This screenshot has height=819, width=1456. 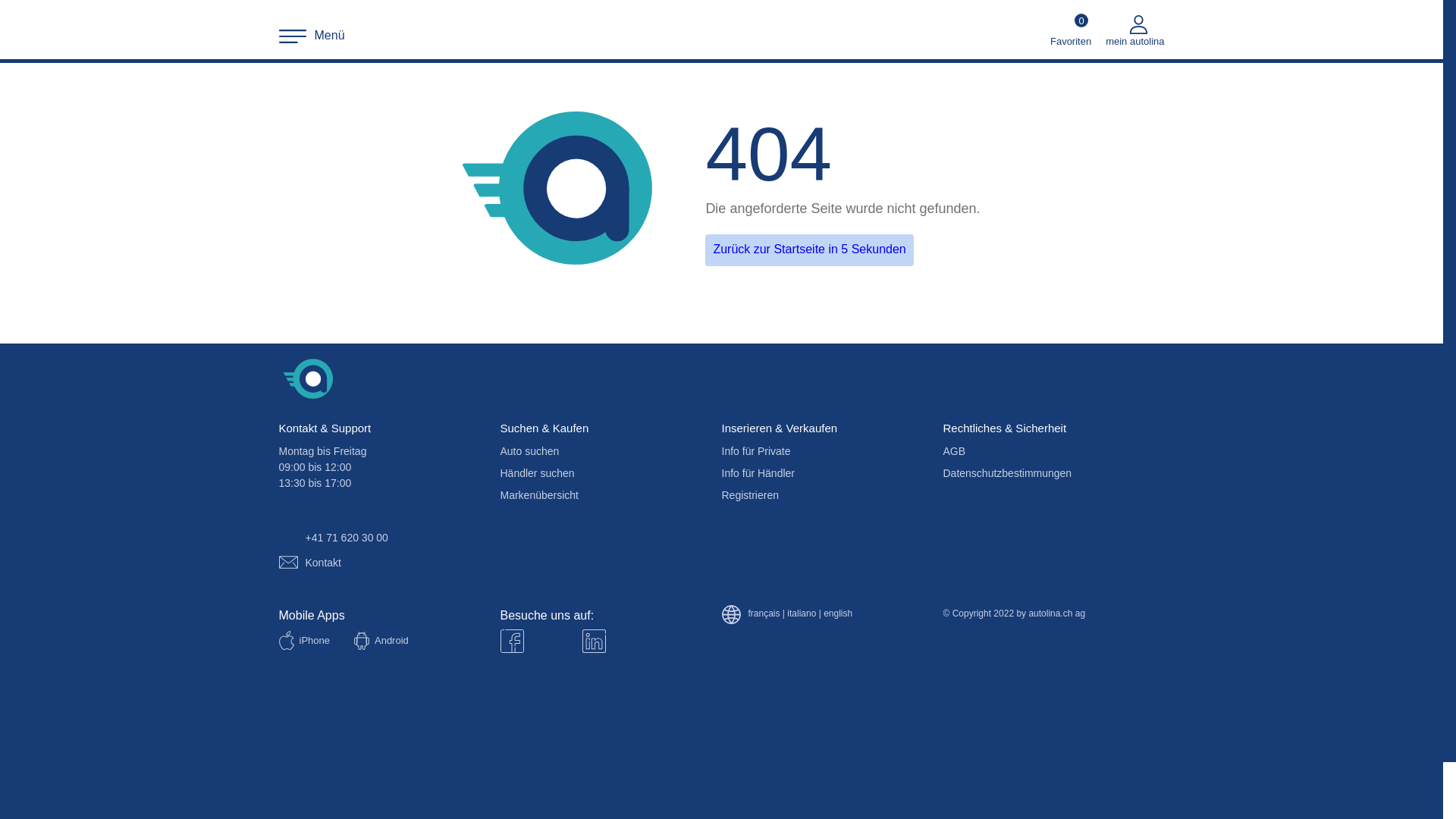 What do you see at coordinates (274, 640) in the screenshot?
I see `'iPhone'` at bounding box center [274, 640].